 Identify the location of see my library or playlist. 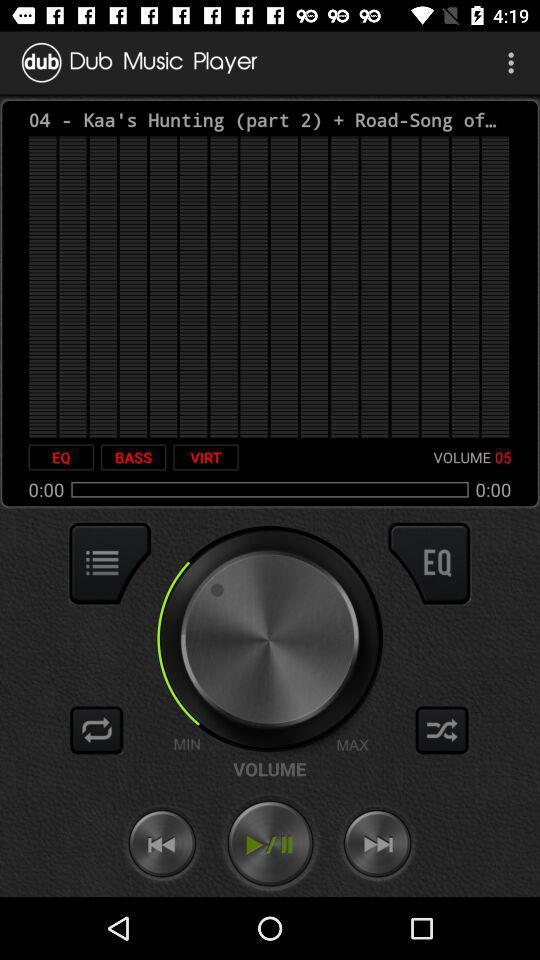
(110, 563).